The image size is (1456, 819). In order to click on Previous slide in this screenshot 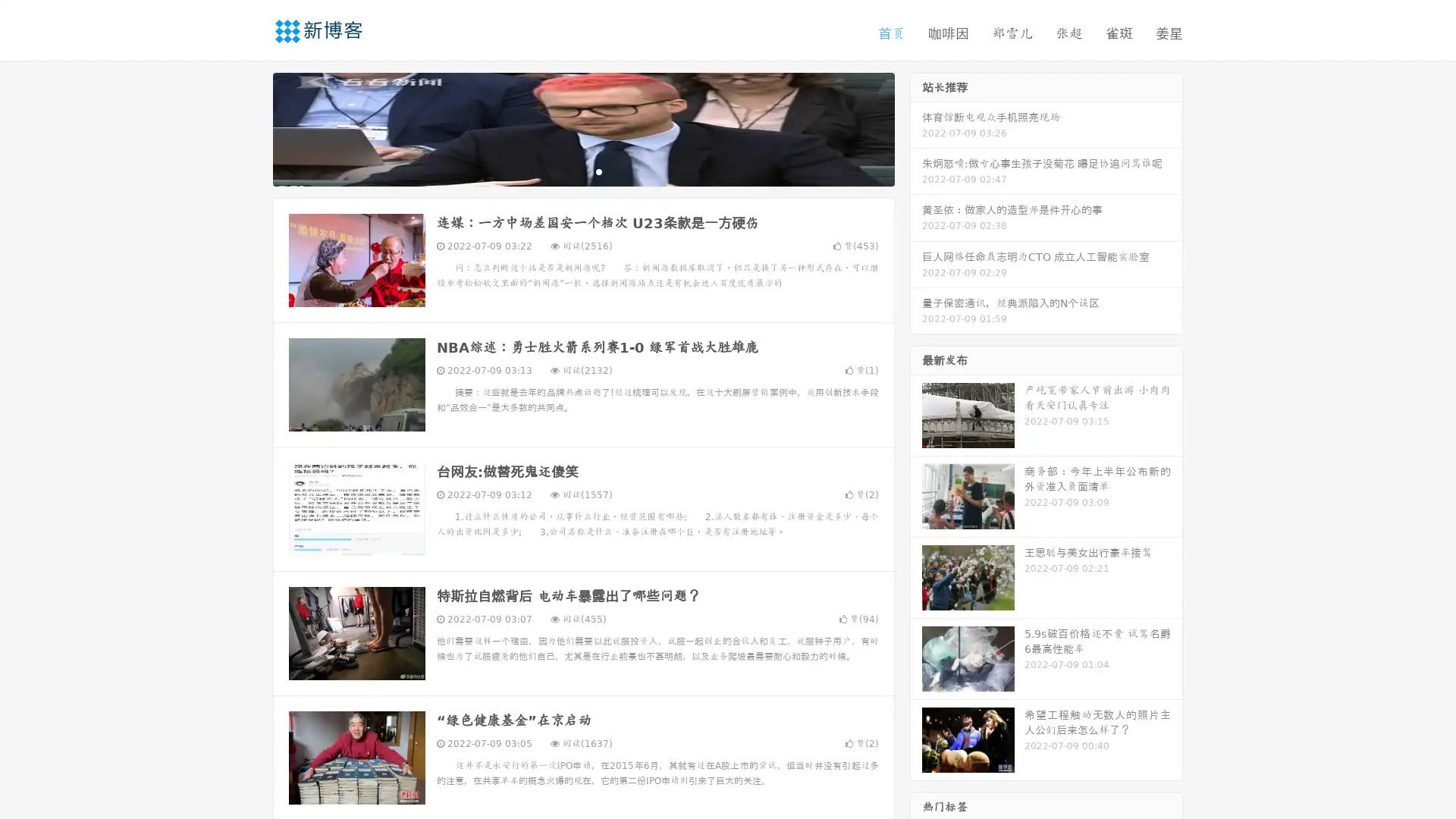, I will do `click(250, 127)`.